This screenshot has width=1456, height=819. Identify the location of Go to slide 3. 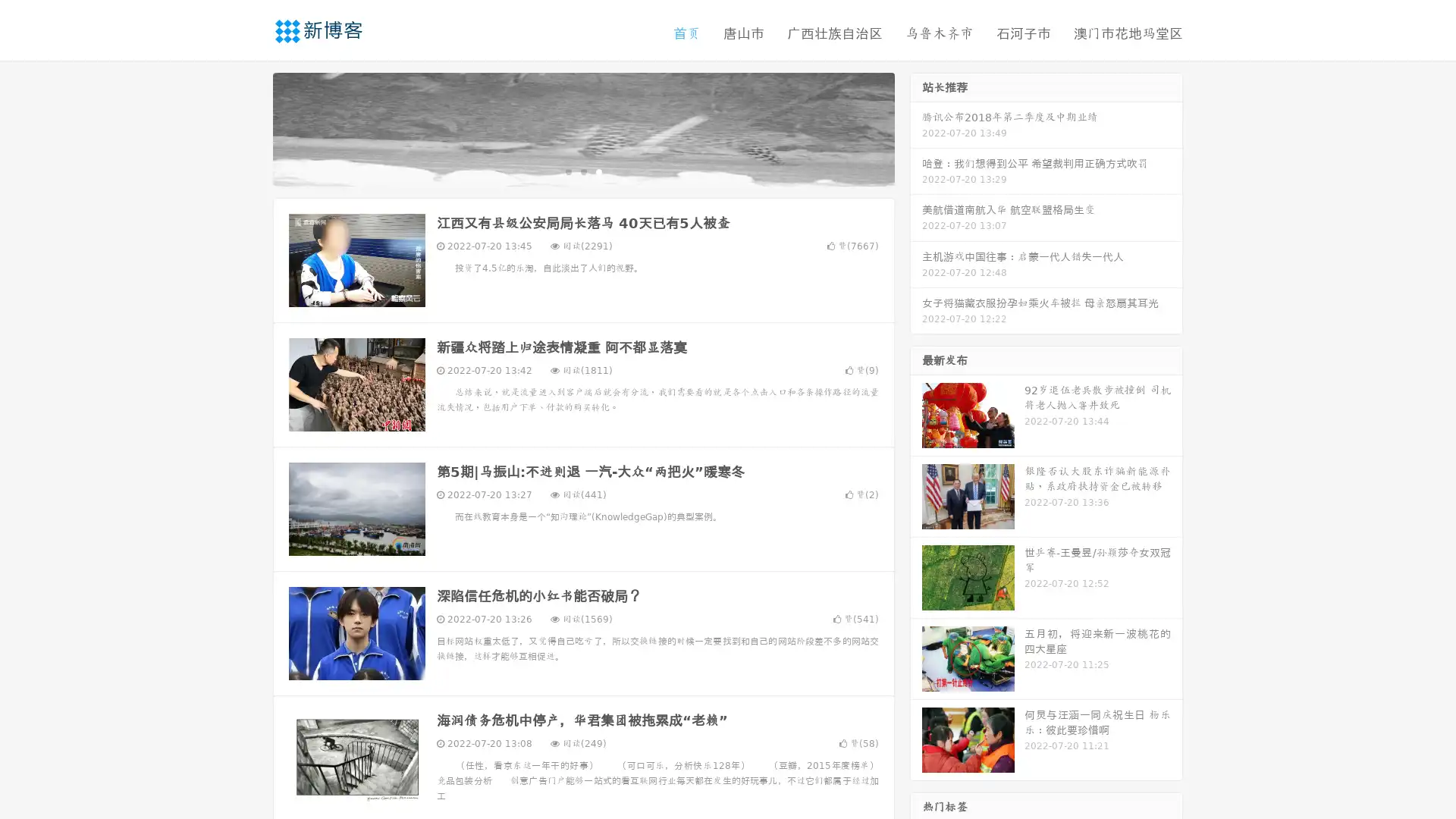
(598, 171).